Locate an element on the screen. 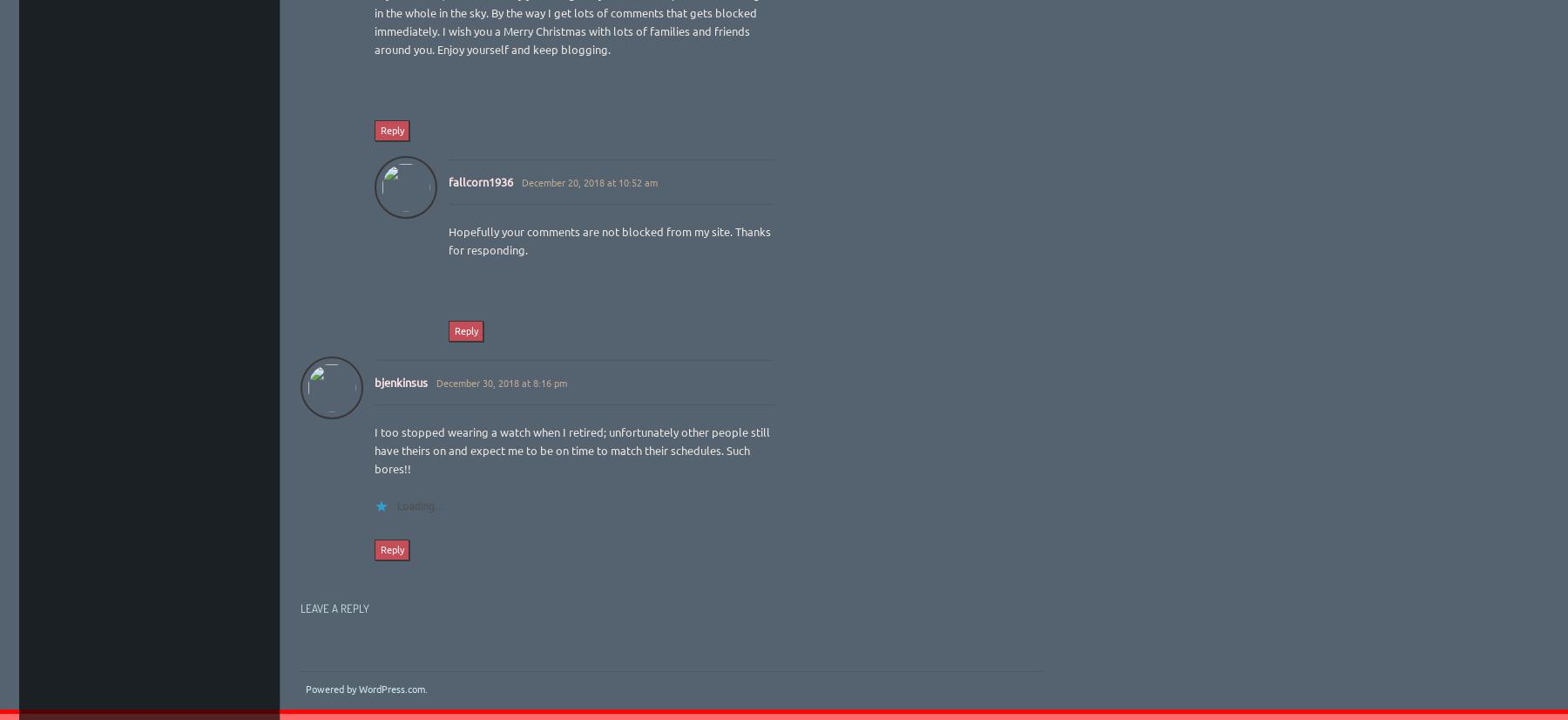 This screenshot has width=1568, height=720. 'December 30, 2018 at 8:16 pm' is located at coordinates (500, 382).